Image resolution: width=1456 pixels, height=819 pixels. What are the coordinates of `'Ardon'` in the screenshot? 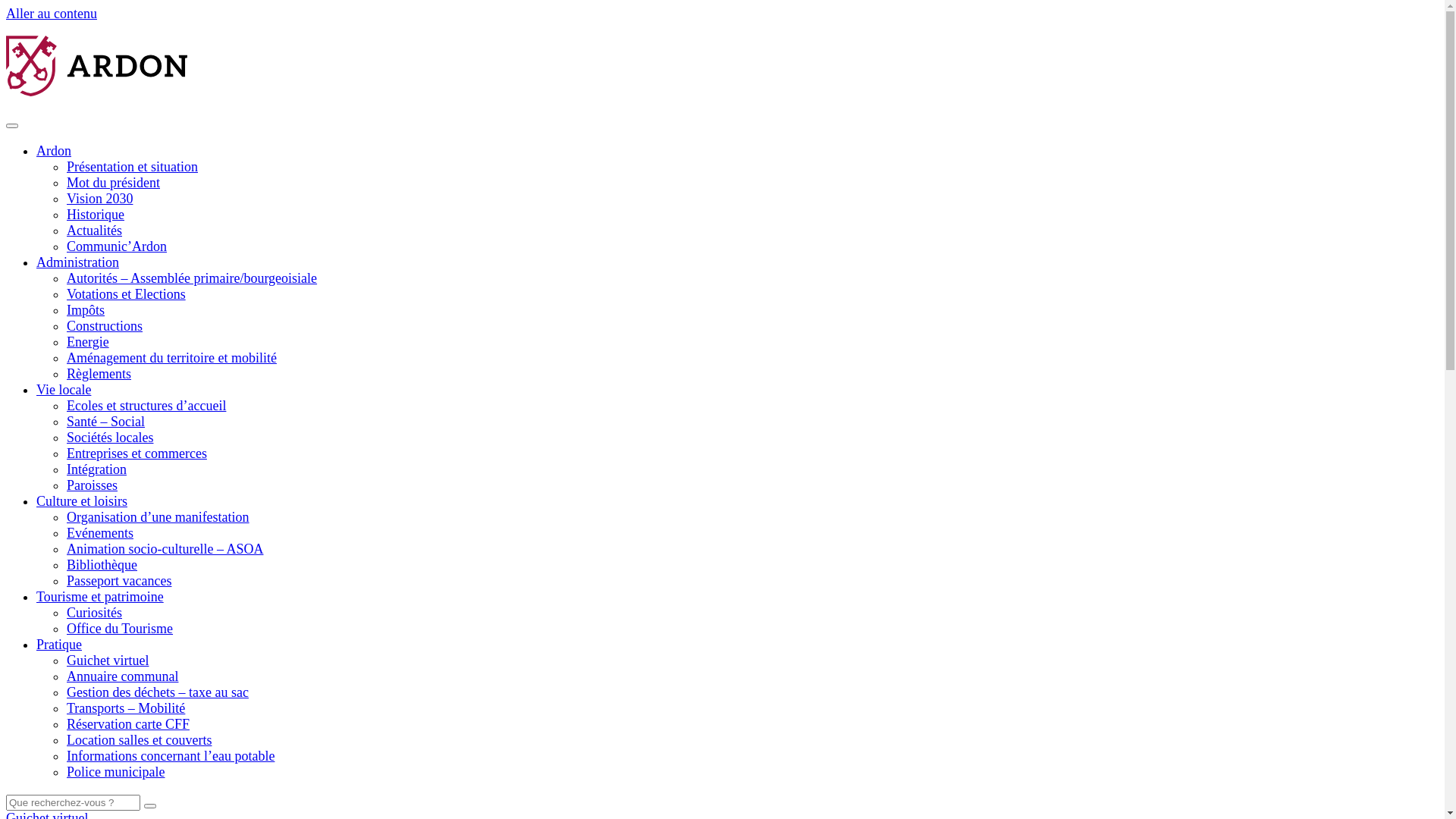 It's located at (54, 151).